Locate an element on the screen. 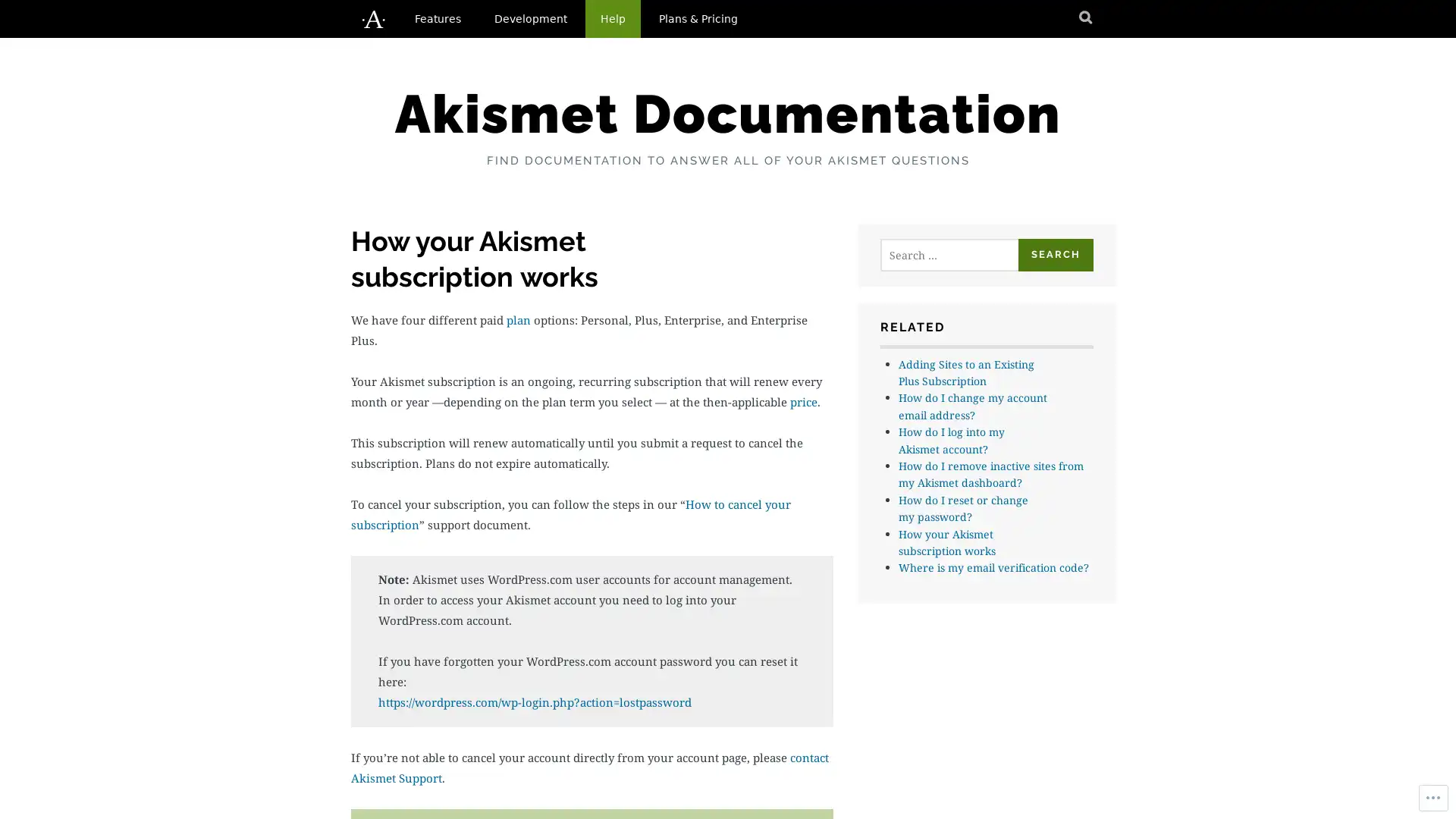  Search is located at coordinates (1055, 254).